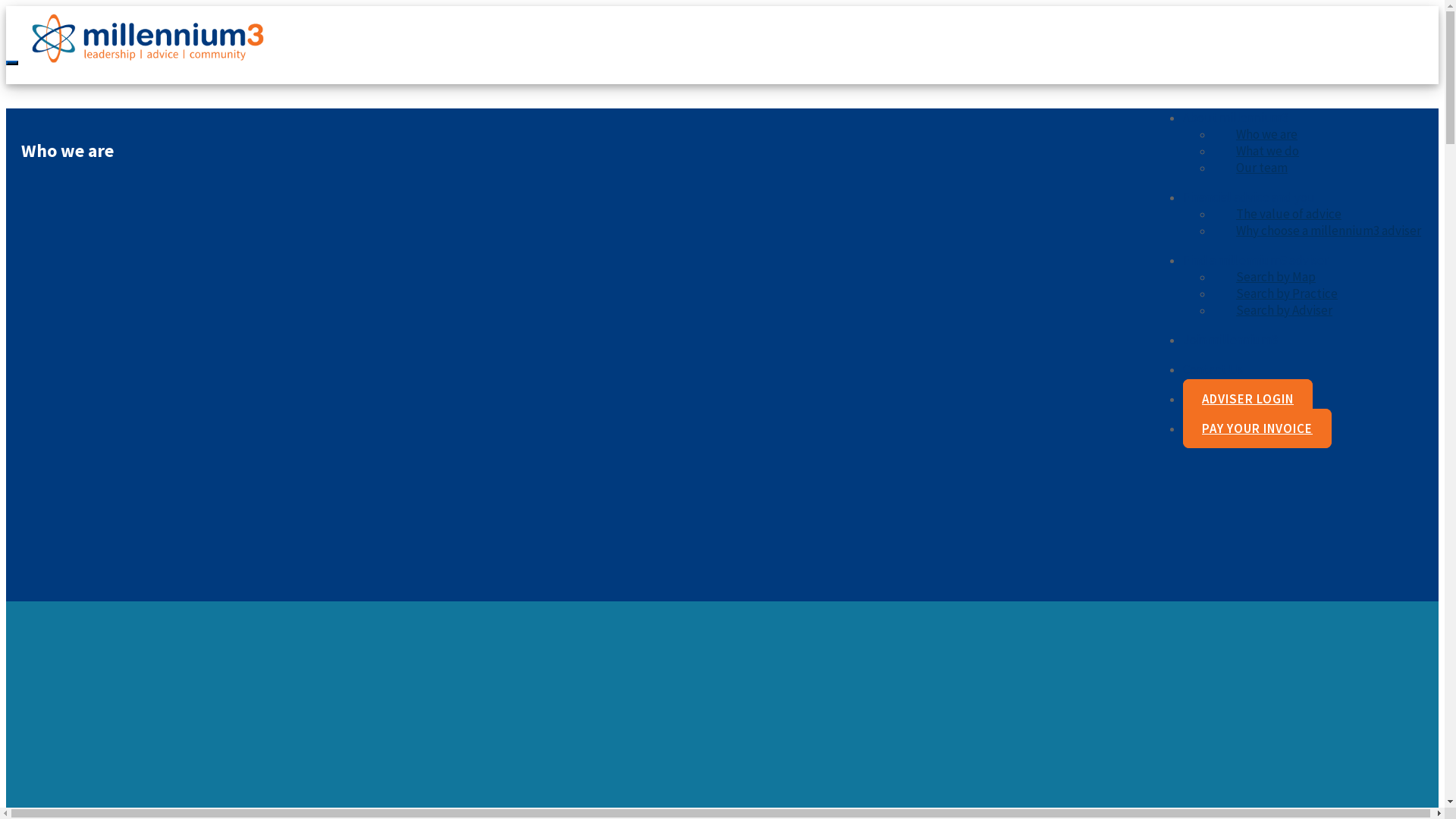  I want to click on 'The value of advice', so click(1212, 213).